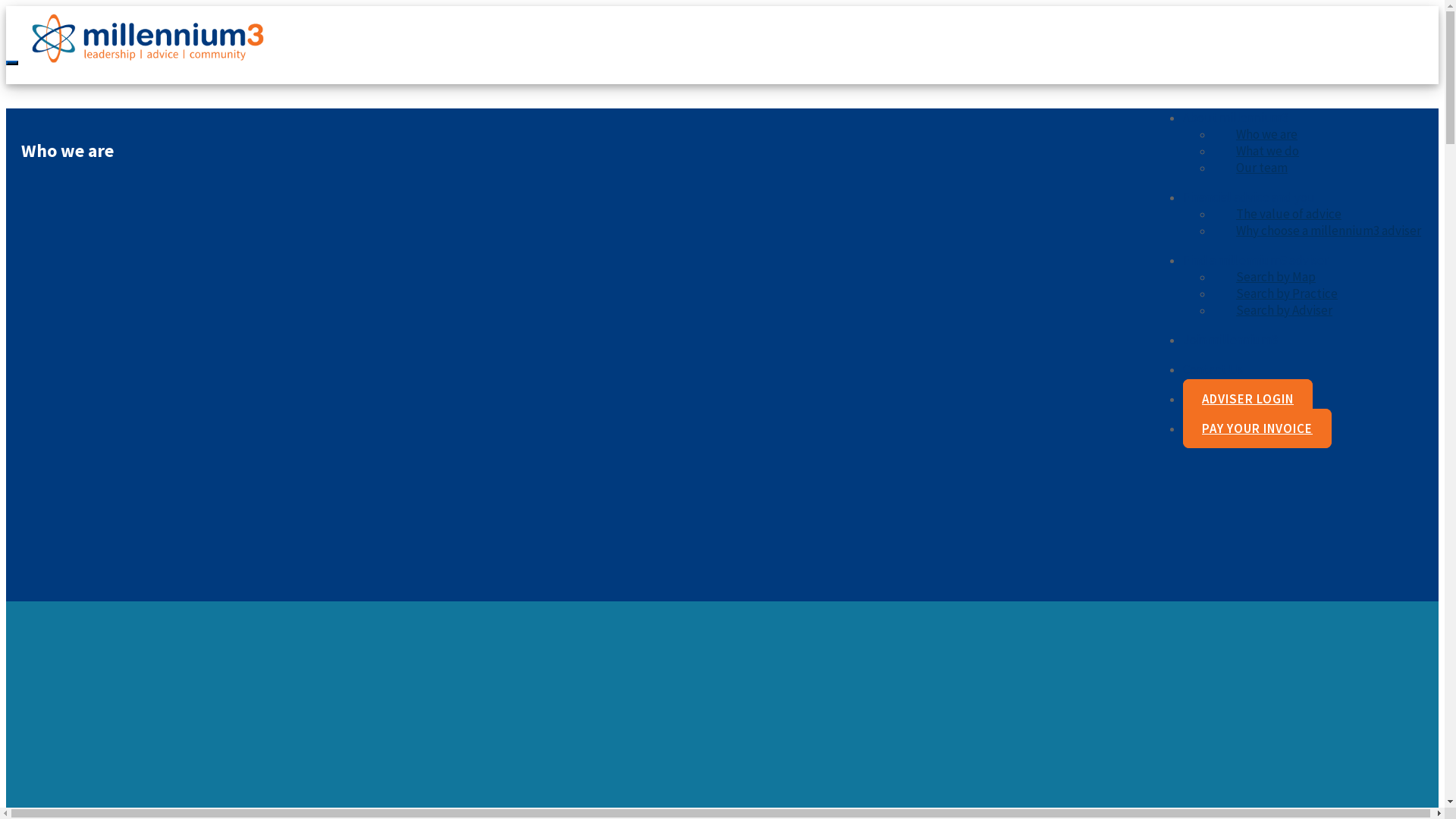  I want to click on 'The value of advice', so click(1212, 213).